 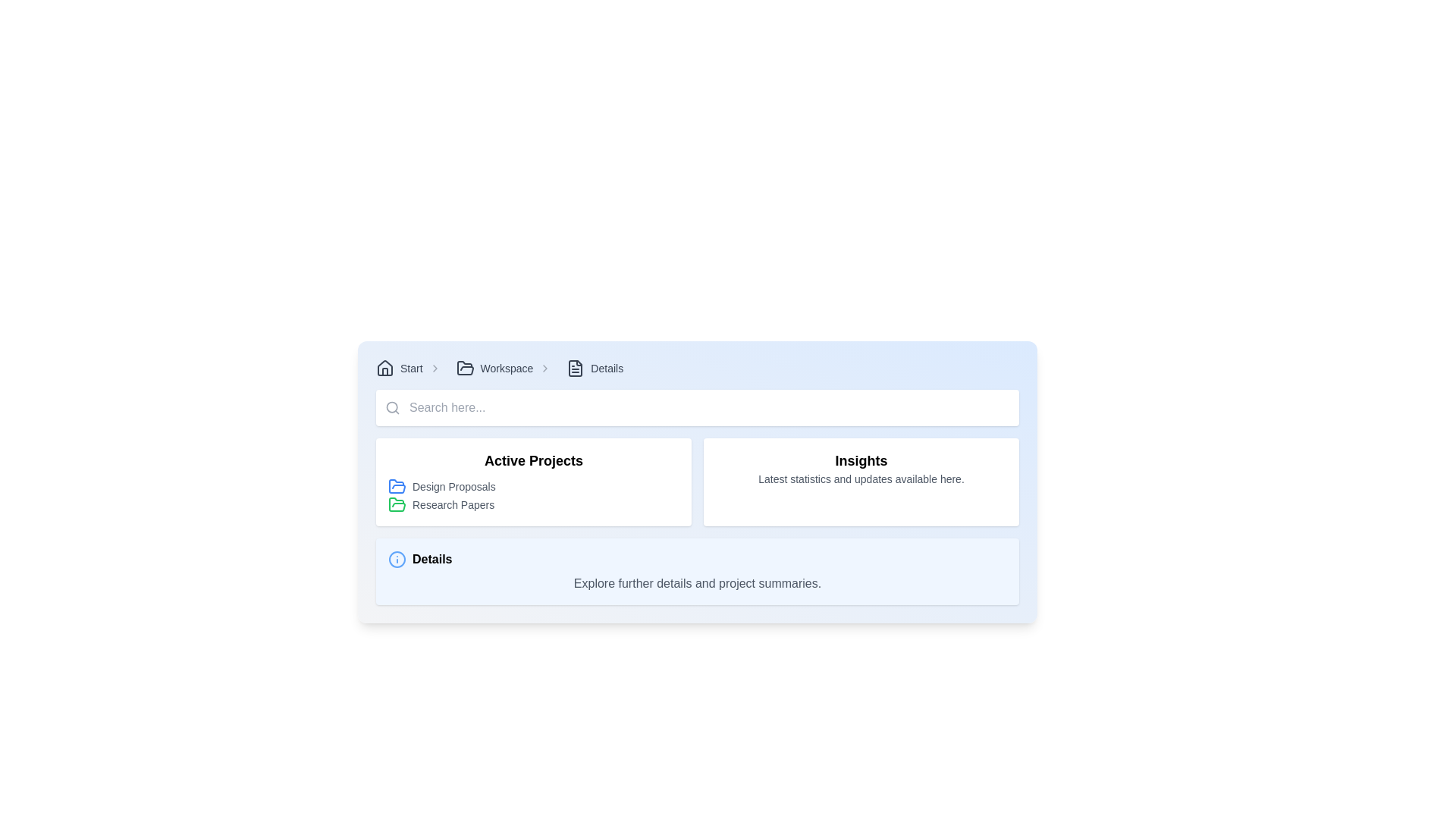 What do you see at coordinates (607, 369) in the screenshot?
I see `the navigational text link in the breadcrumb navigation bar` at bounding box center [607, 369].